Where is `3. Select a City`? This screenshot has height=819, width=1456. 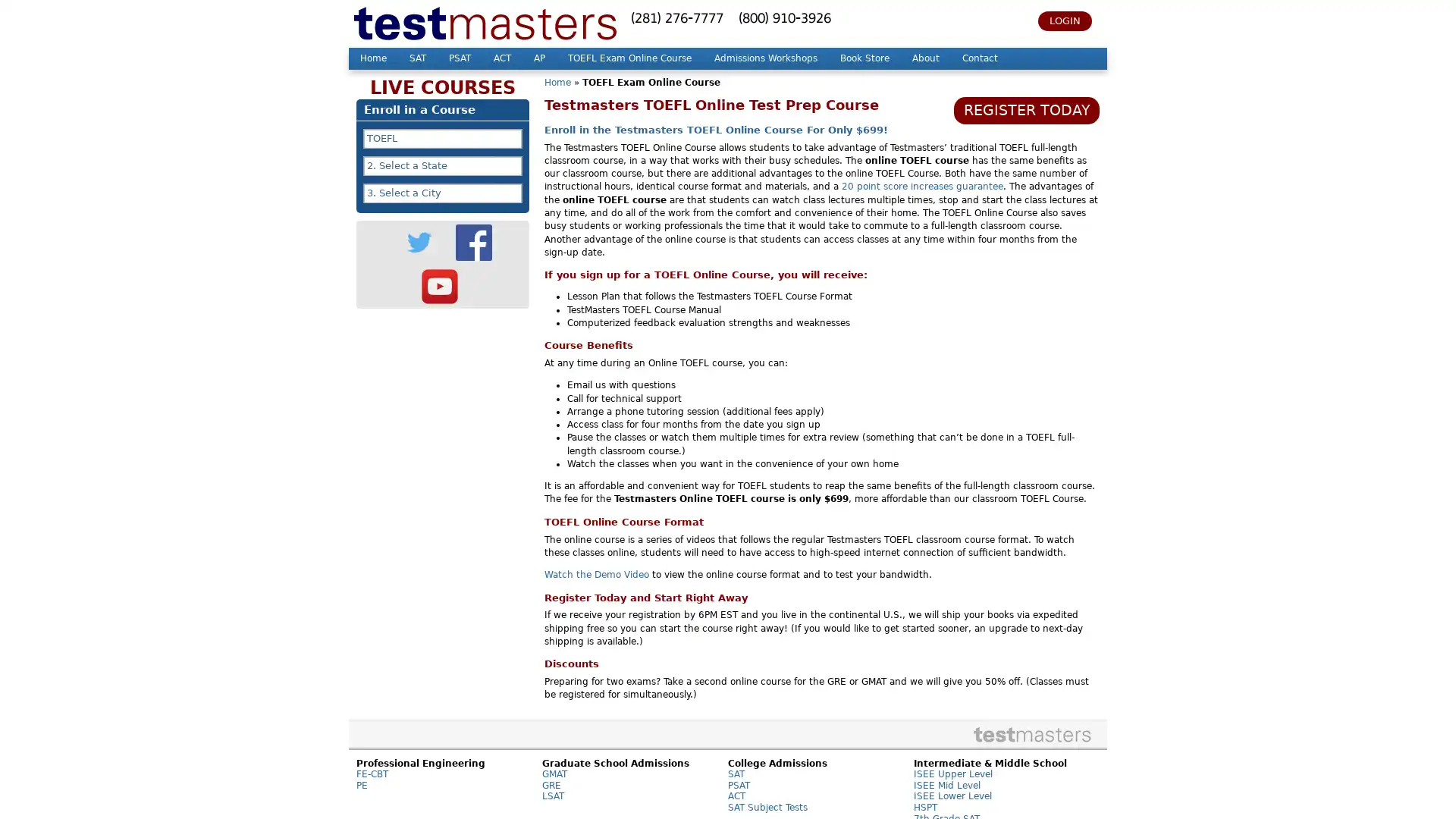
3. Select a City is located at coordinates (442, 192).